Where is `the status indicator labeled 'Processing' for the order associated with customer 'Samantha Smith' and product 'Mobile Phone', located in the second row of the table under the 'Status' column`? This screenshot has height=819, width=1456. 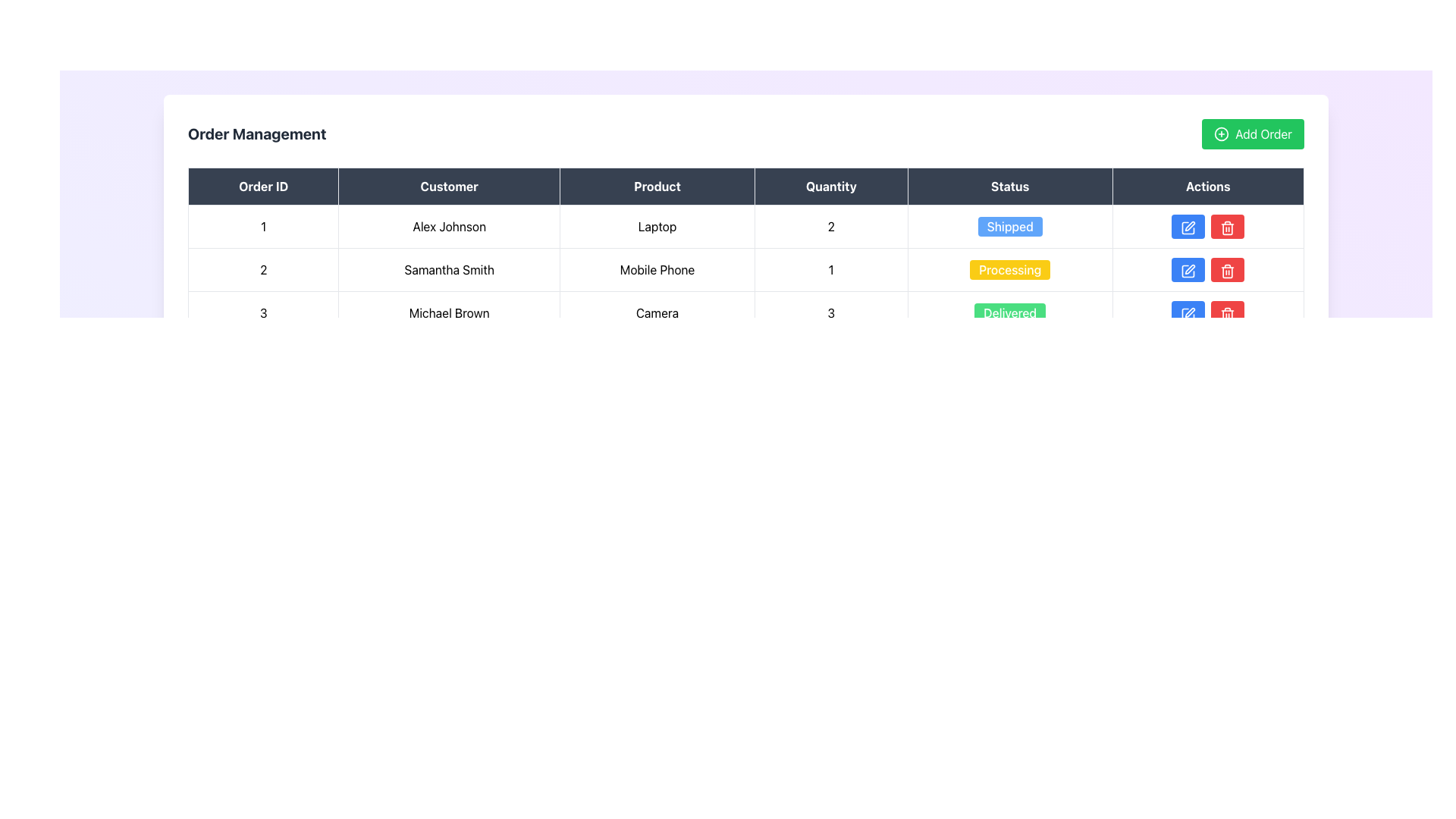
the status indicator labeled 'Processing' for the order associated with customer 'Samantha Smith' and product 'Mobile Phone', located in the second row of the table under the 'Status' column is located at coordinates (1010, 268).